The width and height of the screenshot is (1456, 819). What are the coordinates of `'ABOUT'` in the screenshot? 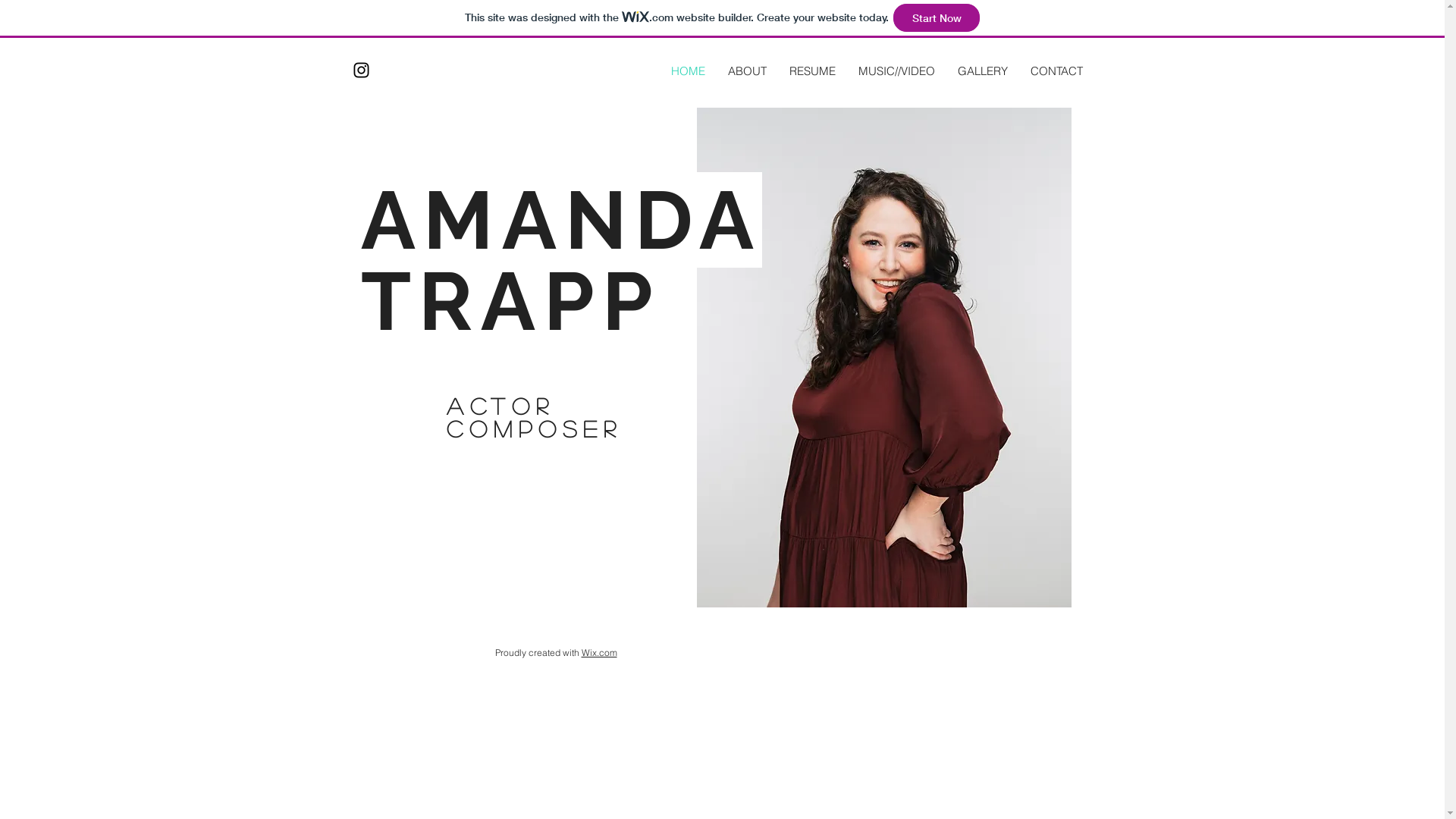 It's located at (746, 71).